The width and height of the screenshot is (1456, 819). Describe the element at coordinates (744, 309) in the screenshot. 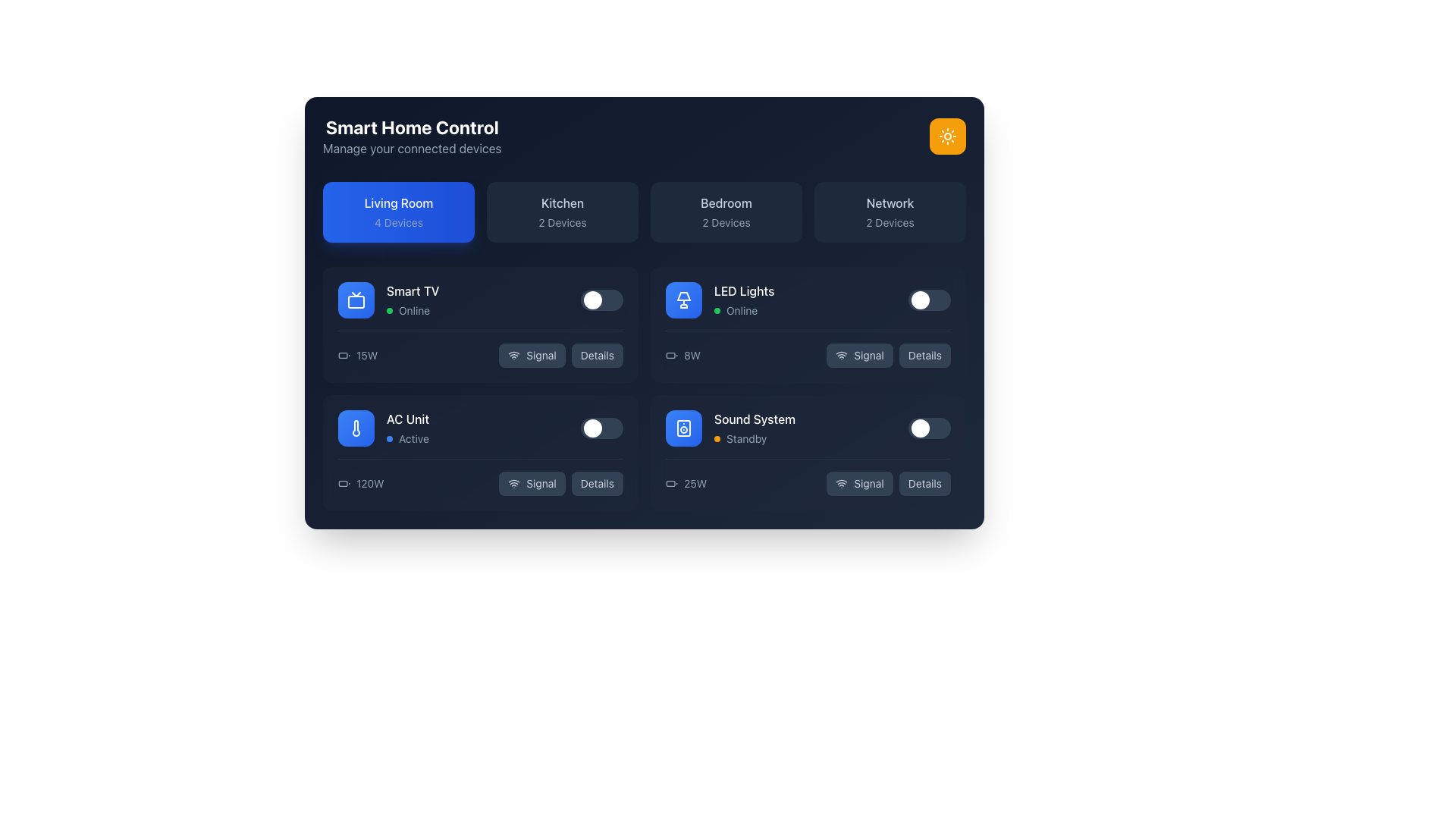

I see `status text from the label that displays 'Online' with a green indicator, located in the 'LED Lights' section under the 'Living Room' group` at that location.